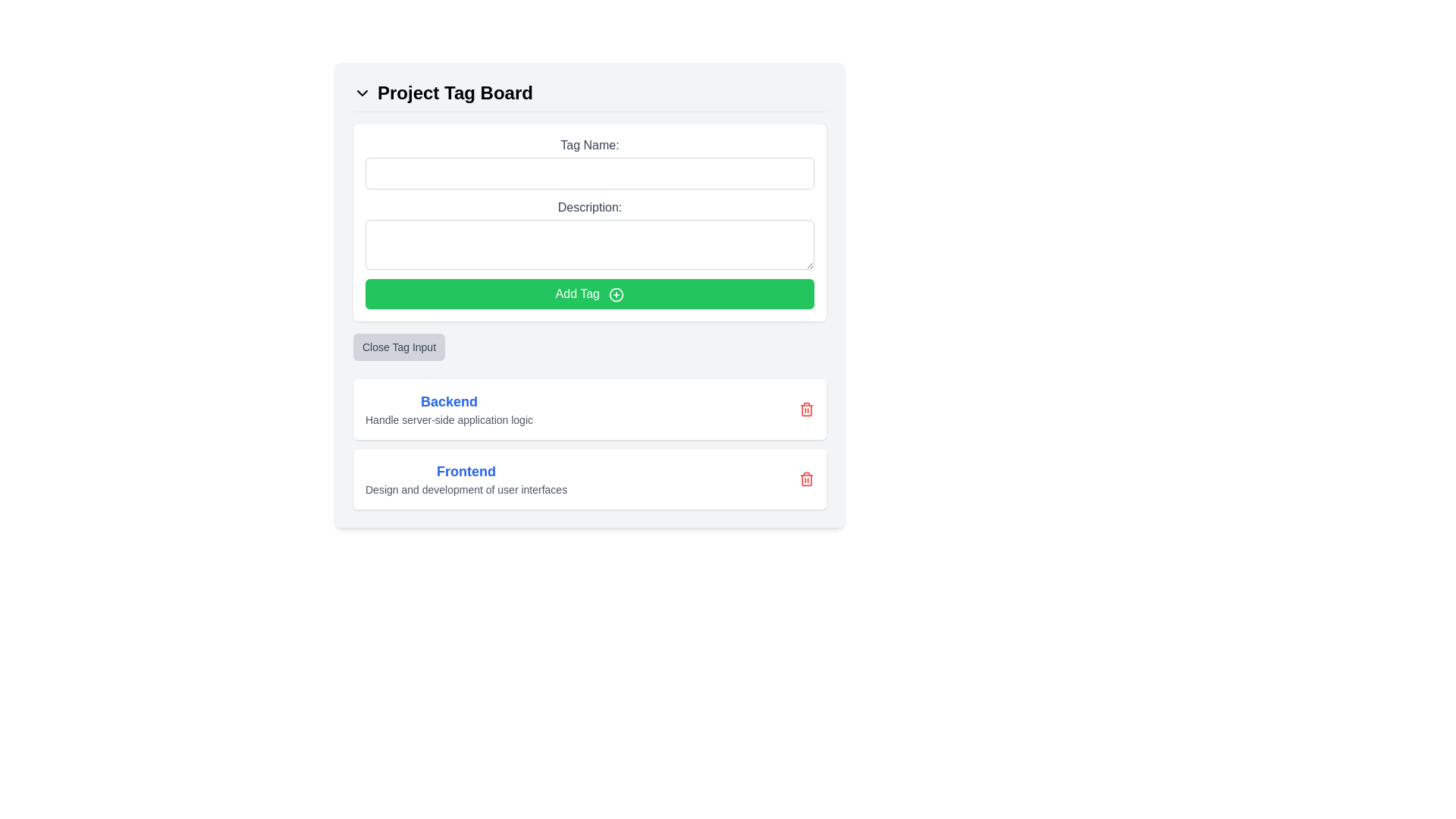 The width and height of the screenshot is (1456, 819). What do you see at coordinates (588, 234) in the screenshot?
I see `the description input field located within the 'Project Tag Board' section, which is positioned below the 'Tag Name:' input field and above the 'Add Tag' green button to focus on it` at bounding box center [588, 234].